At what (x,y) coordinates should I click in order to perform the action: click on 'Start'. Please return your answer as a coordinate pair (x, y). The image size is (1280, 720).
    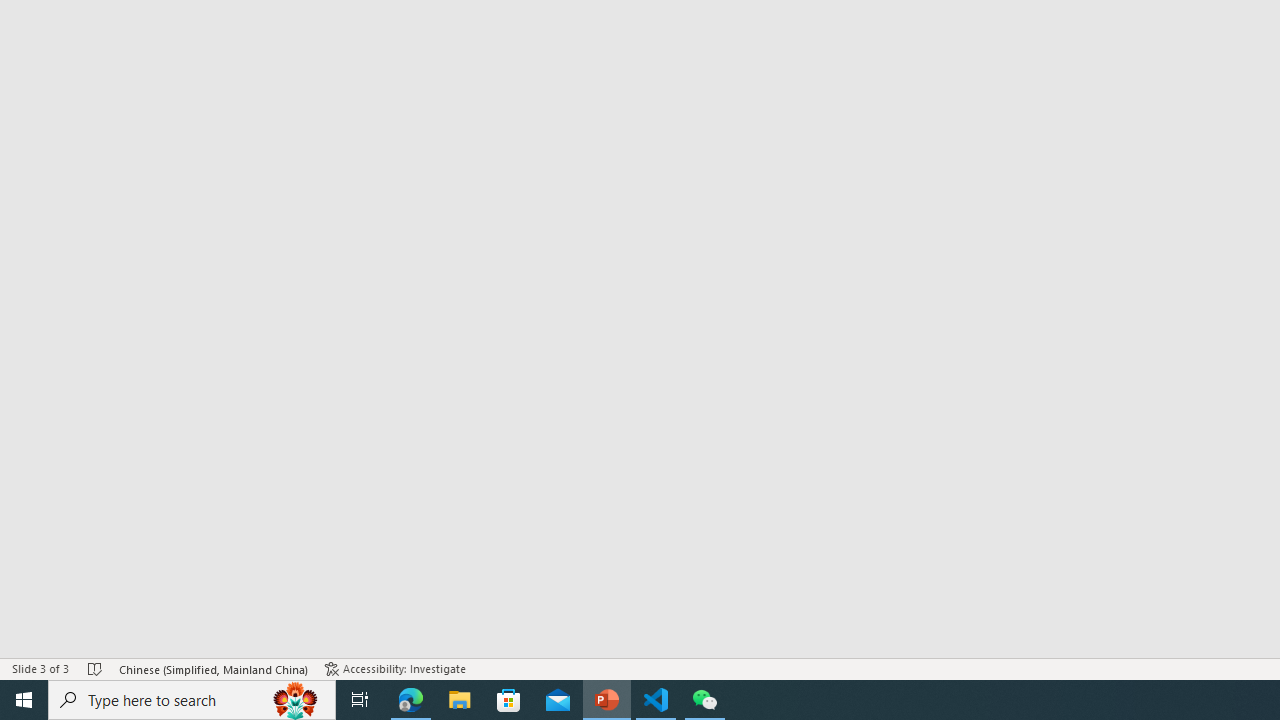
    Looking at the image, I should click on (24, 698).